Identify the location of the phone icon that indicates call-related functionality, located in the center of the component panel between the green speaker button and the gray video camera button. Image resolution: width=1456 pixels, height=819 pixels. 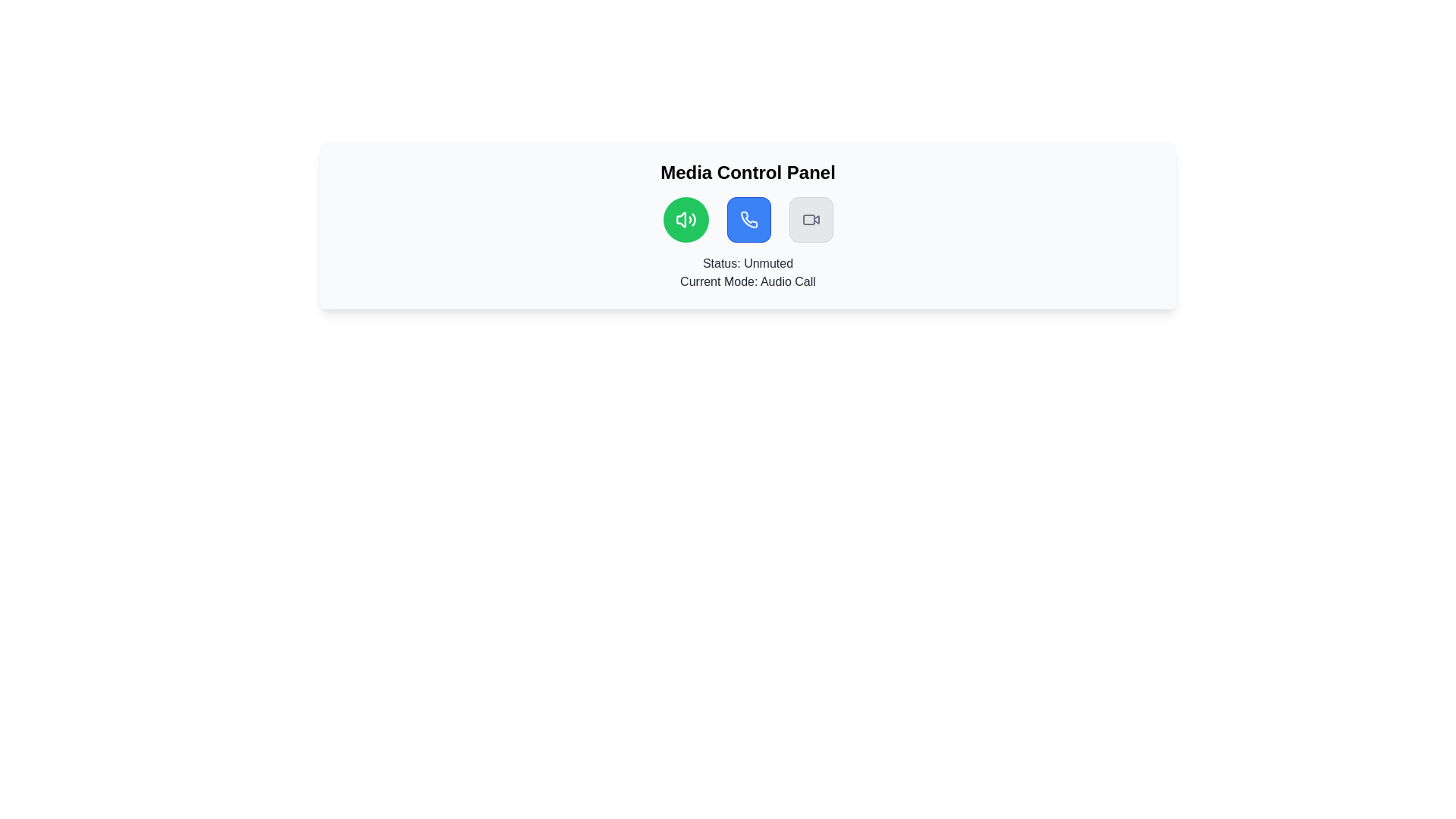
(748, 219).